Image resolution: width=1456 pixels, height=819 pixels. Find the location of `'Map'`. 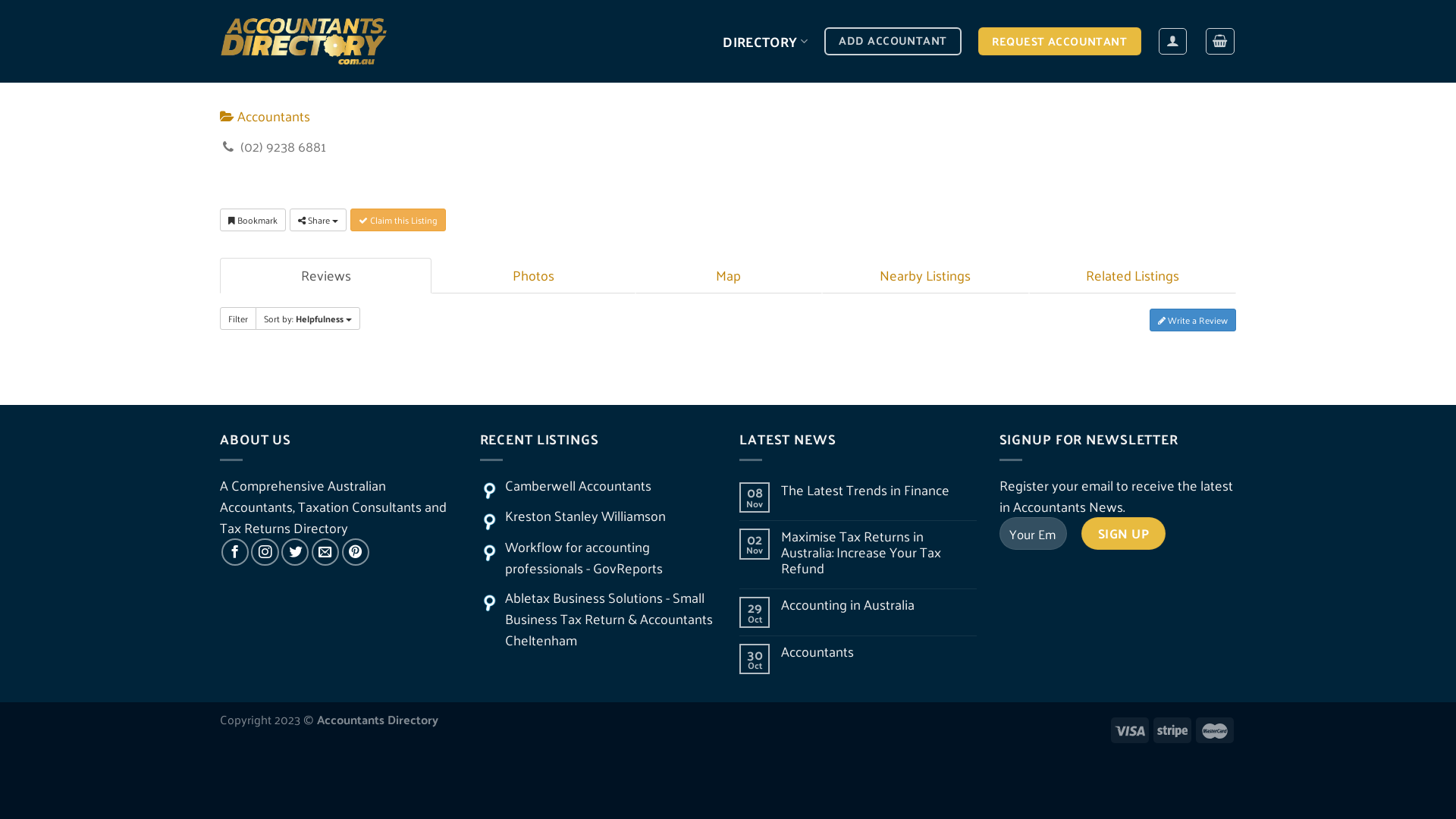

'Map' is located at coordinates (728, 275).